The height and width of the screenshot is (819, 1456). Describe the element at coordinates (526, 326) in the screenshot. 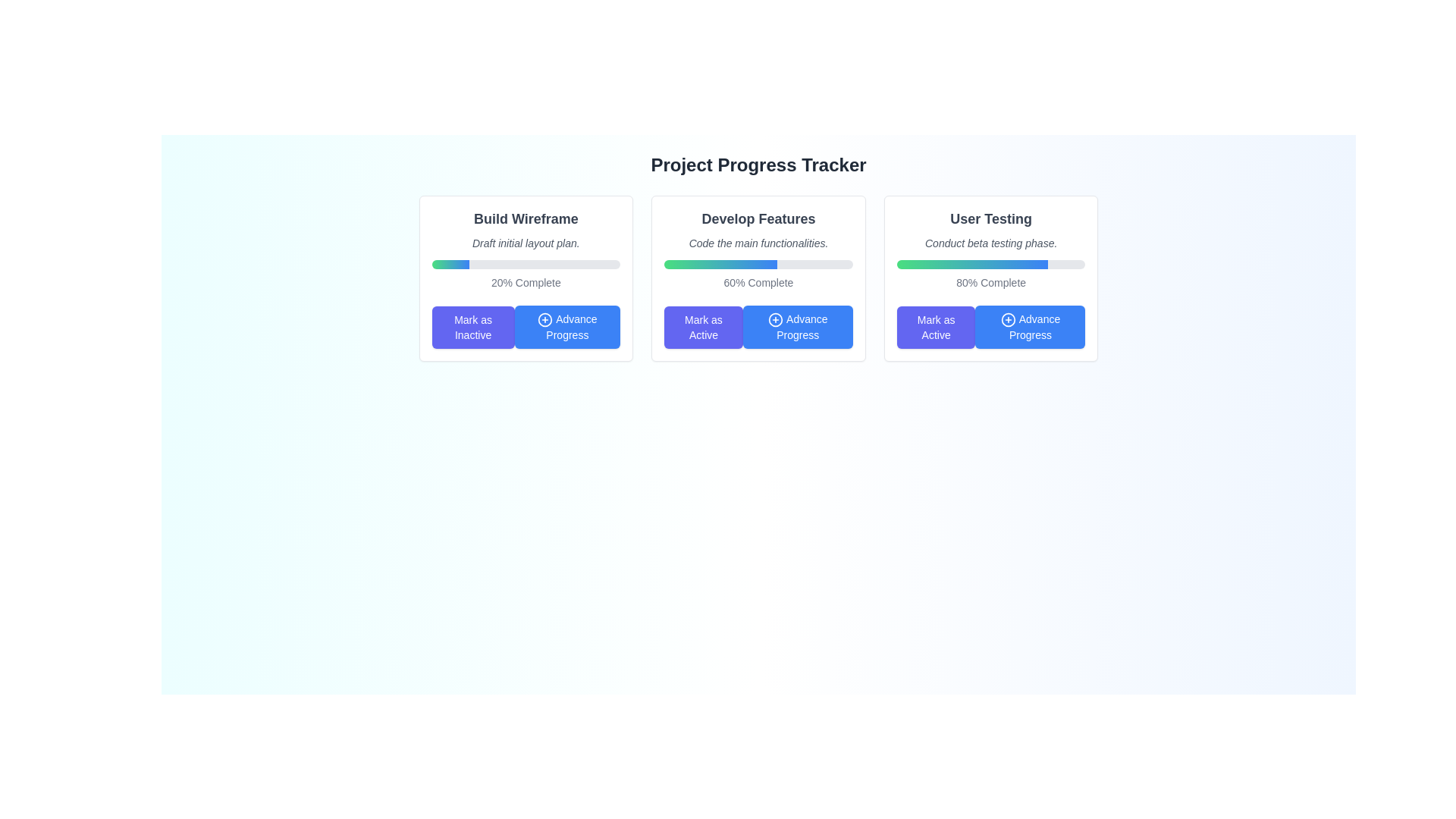

I see `the button group for task management located at the bottom of the 'Build Wireframe' card, just below the progress bar indicating '20% Complete'` at that location.